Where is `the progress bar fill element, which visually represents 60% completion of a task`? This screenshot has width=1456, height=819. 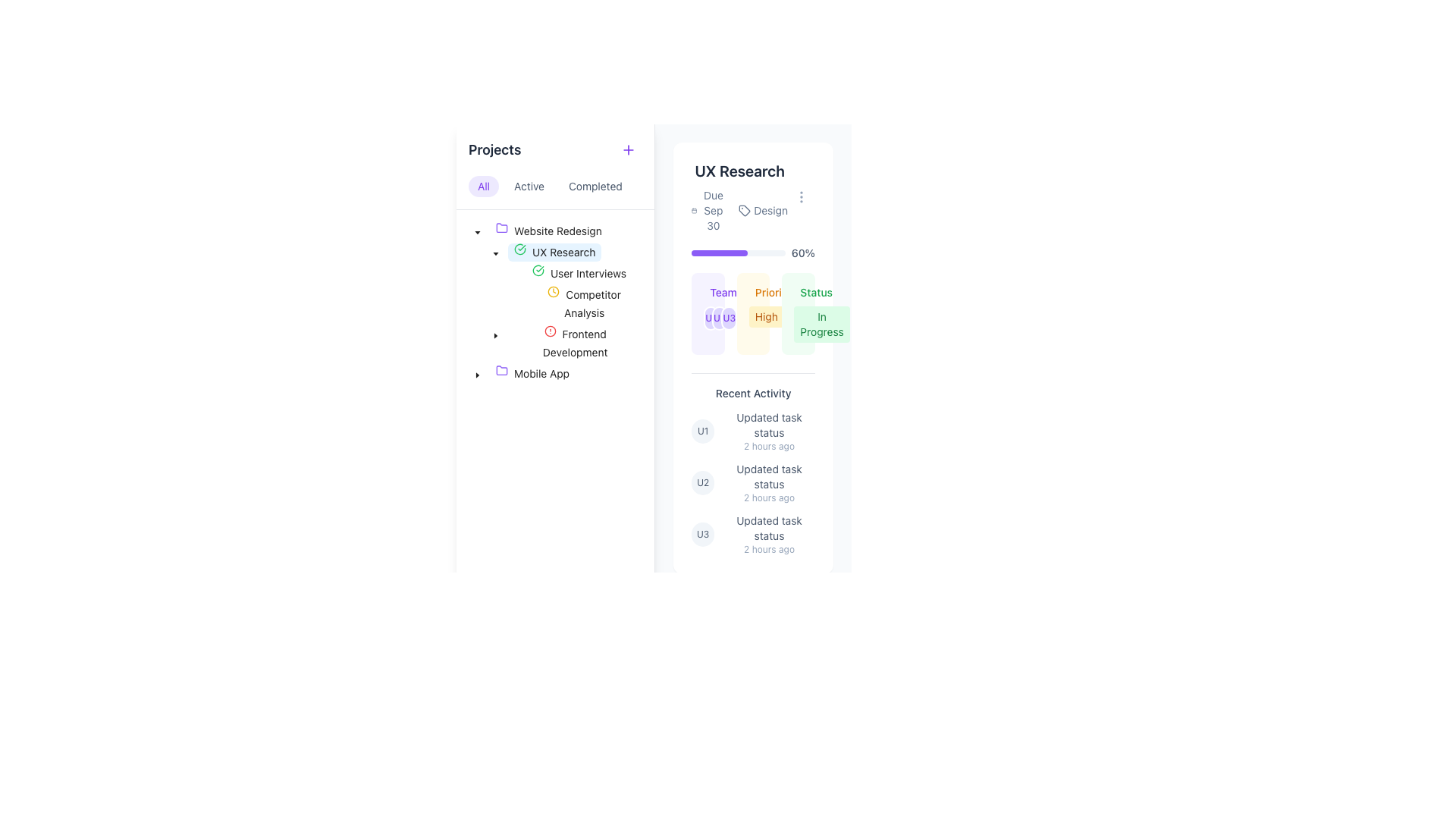 the progress bar fill element, which visually represents 60% completion of a task is located at coordinates (719, 253).